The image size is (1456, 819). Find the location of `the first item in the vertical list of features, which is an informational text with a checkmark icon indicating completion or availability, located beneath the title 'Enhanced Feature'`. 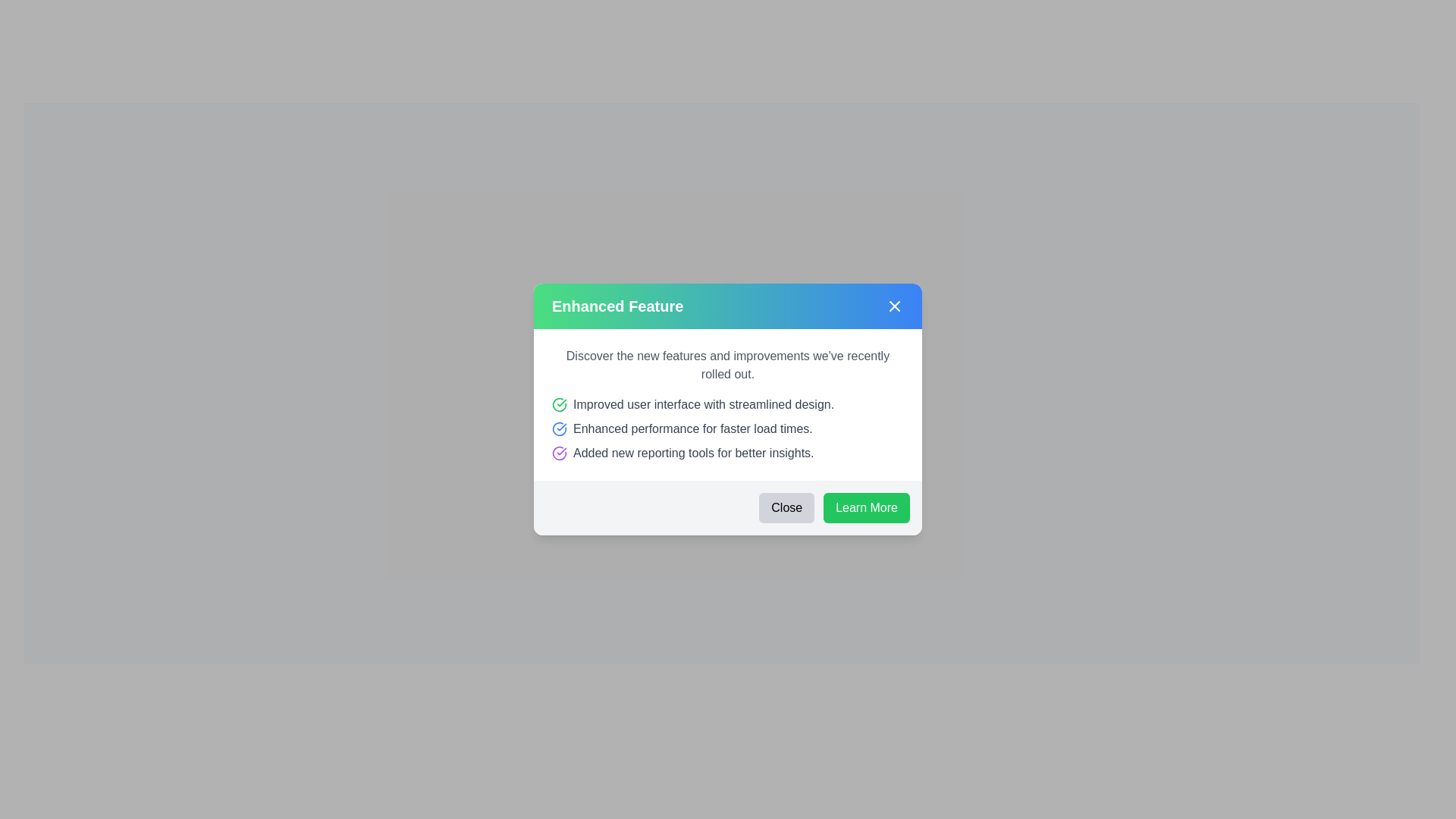

the first item in the vertical list of features, which is an informational text with a checkmark icon indicating completion or availability, located beneath the title 'Enhanced Feature' is located at coordinates (728, 403).